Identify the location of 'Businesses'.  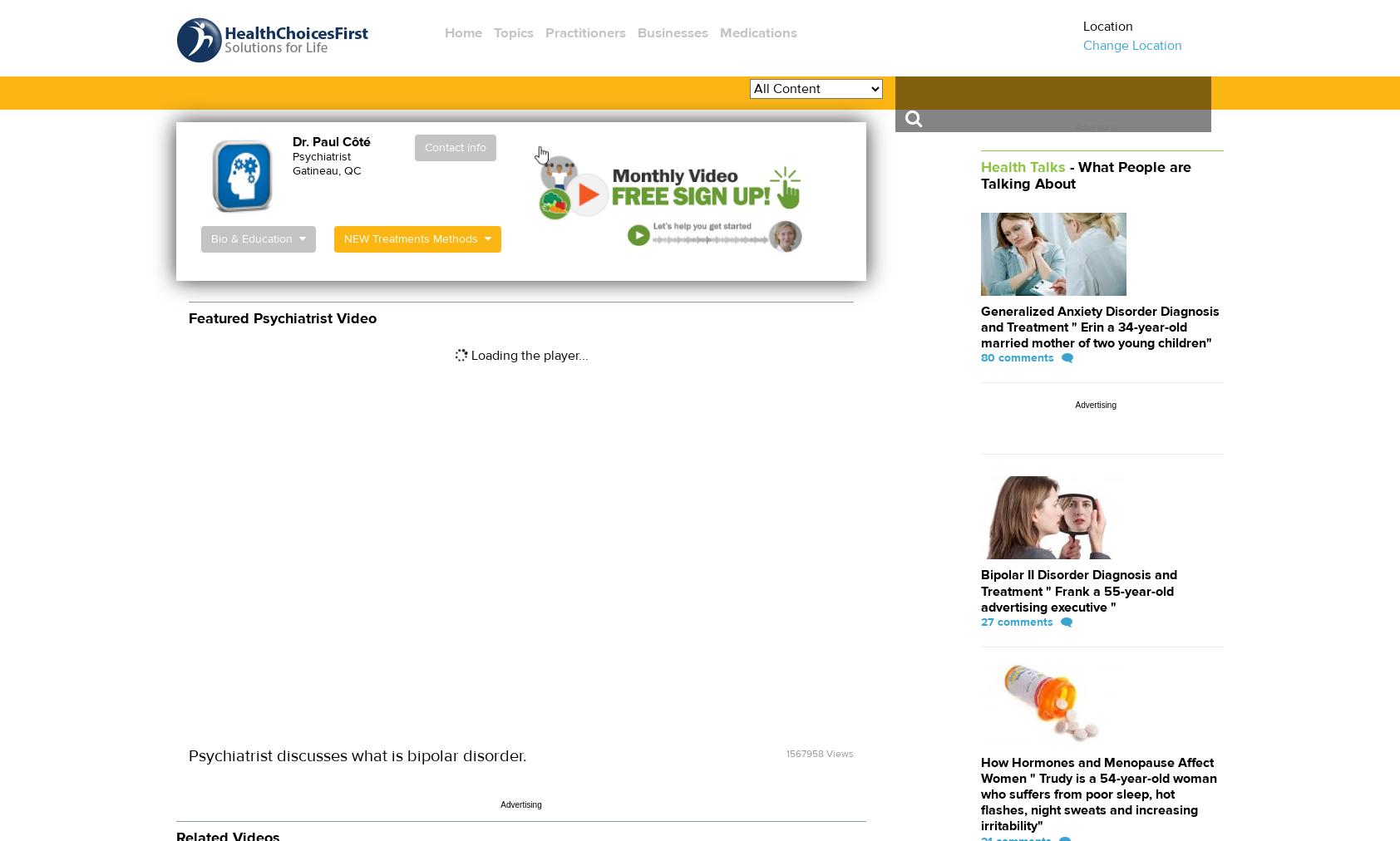
(673, 32).